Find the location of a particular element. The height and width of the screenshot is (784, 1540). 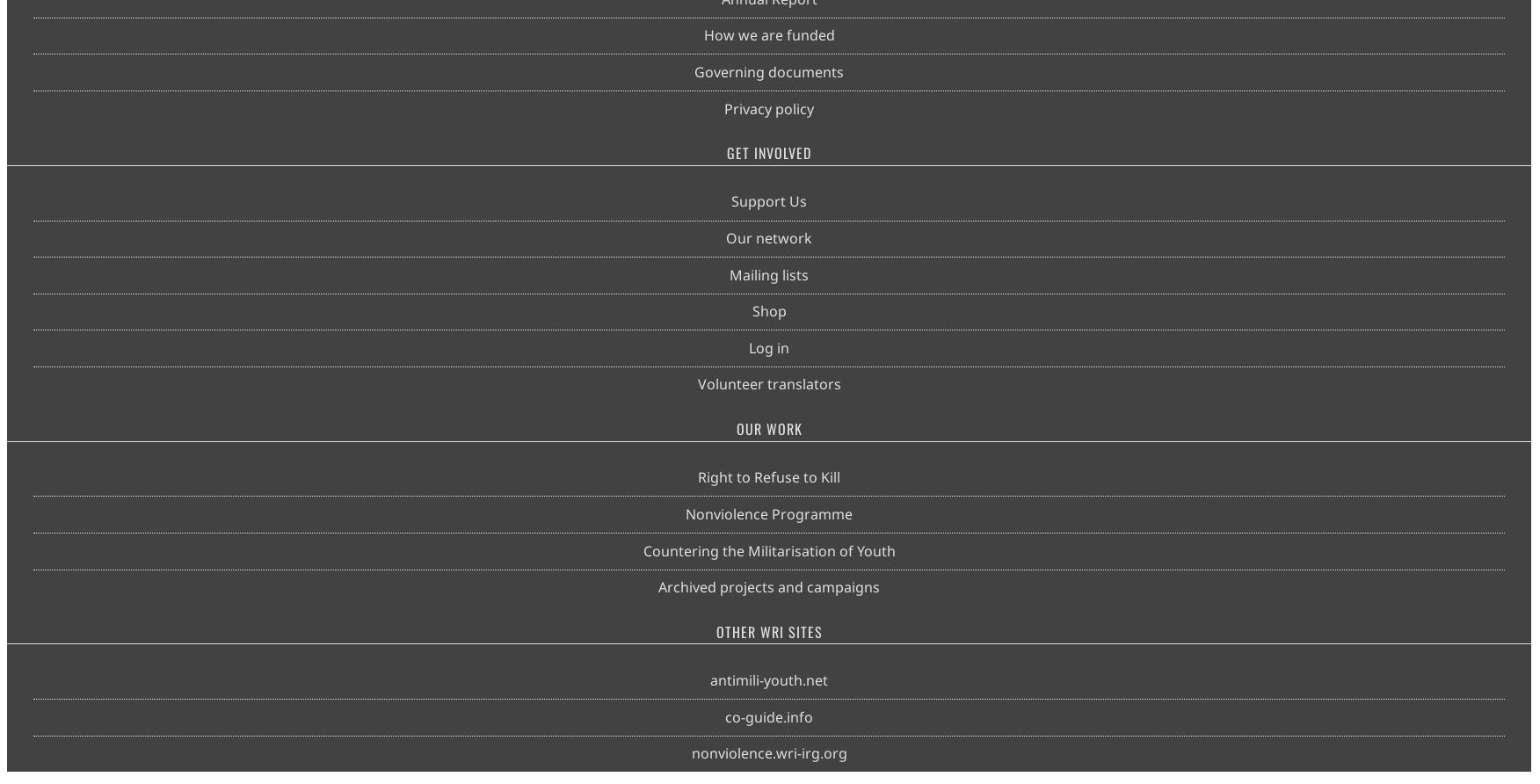

'Mailing lists' is located at coordinates (767, 274).